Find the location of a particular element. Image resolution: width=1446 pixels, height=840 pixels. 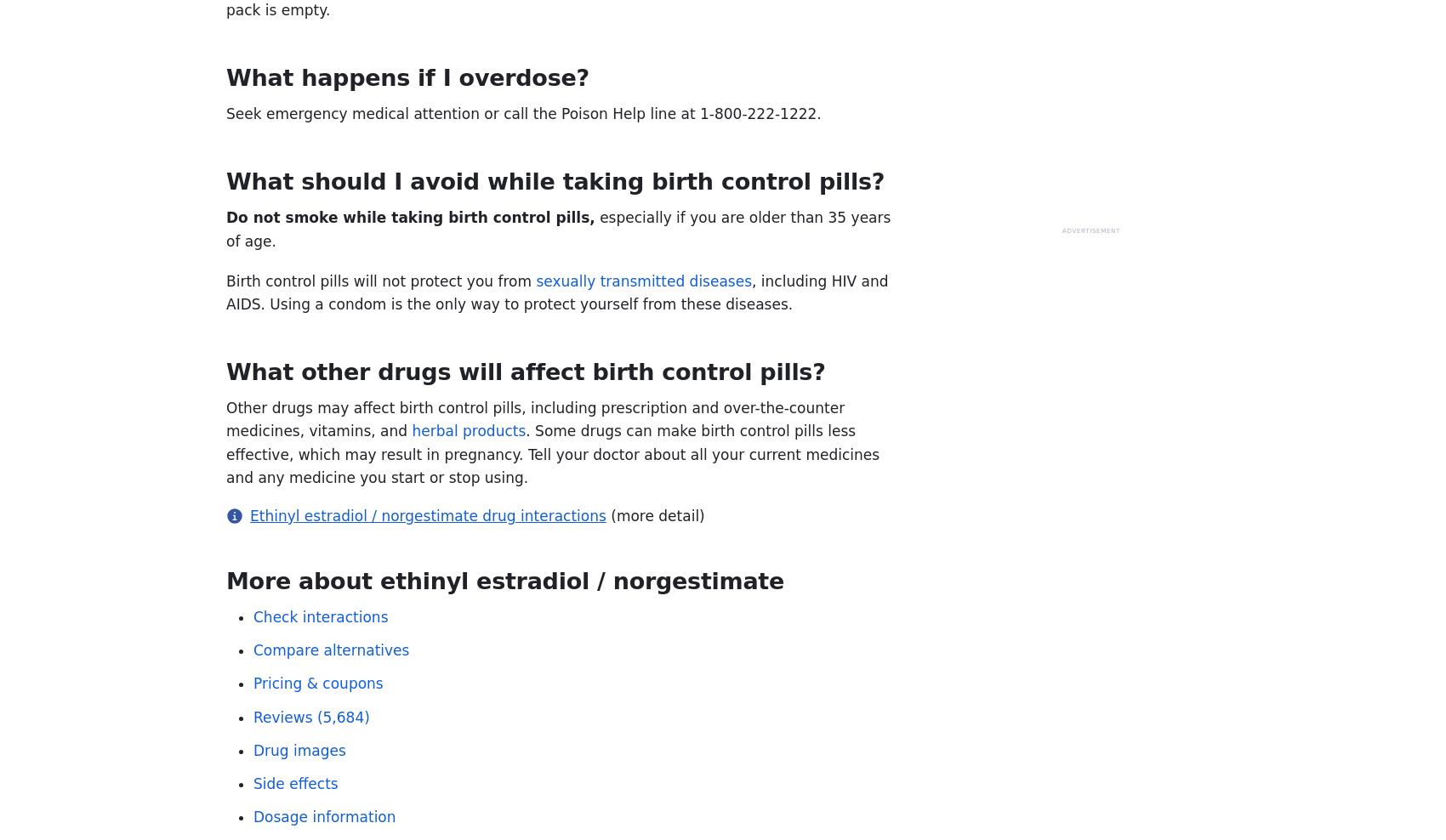

'Reviews (5,684)' is located at coordinates (253, 716).